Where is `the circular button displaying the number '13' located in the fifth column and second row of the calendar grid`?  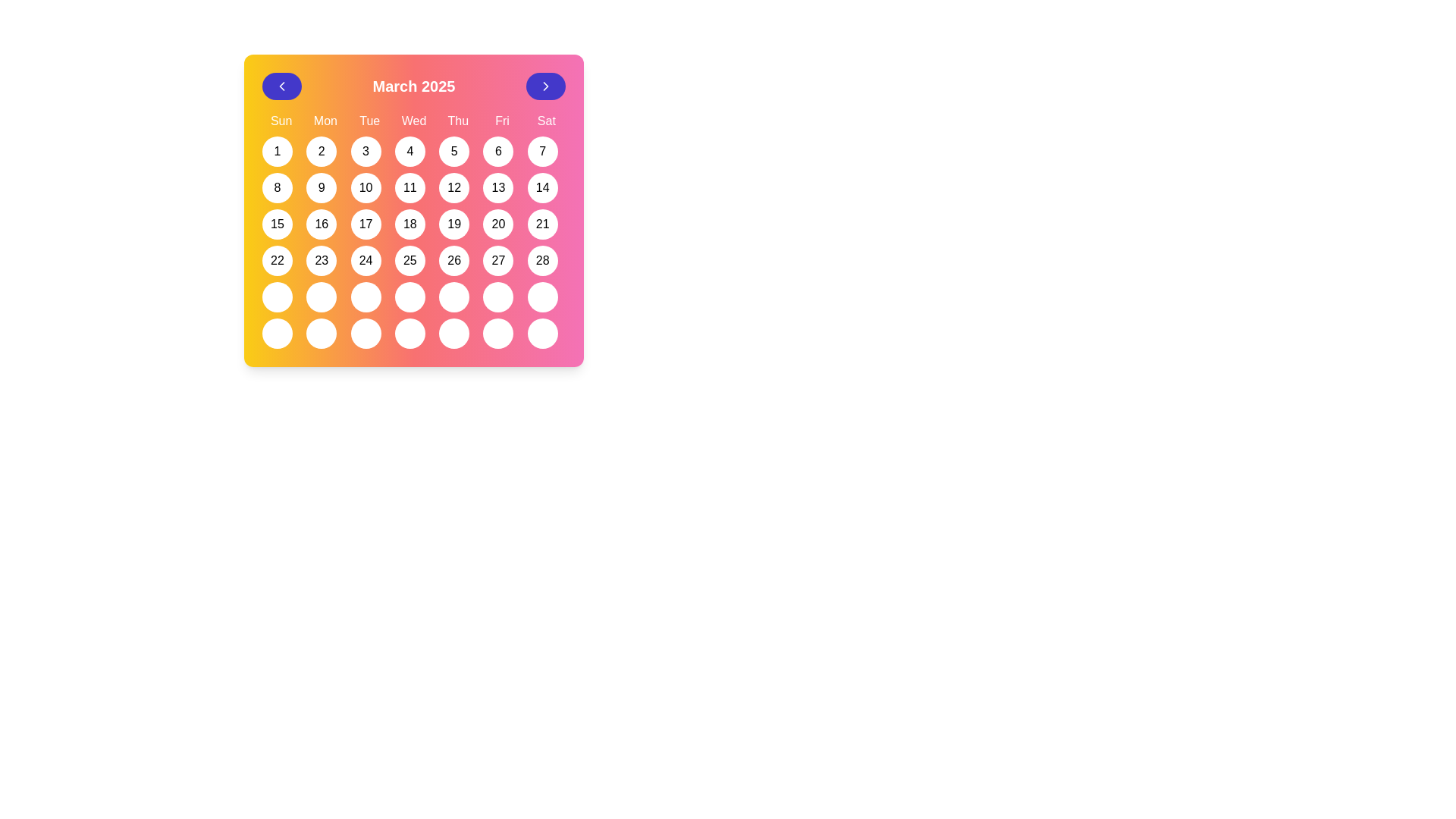
the circular button displaying the number '13' located in the fifth column and second row of the calendar grid is located at coordinates (498, 187).